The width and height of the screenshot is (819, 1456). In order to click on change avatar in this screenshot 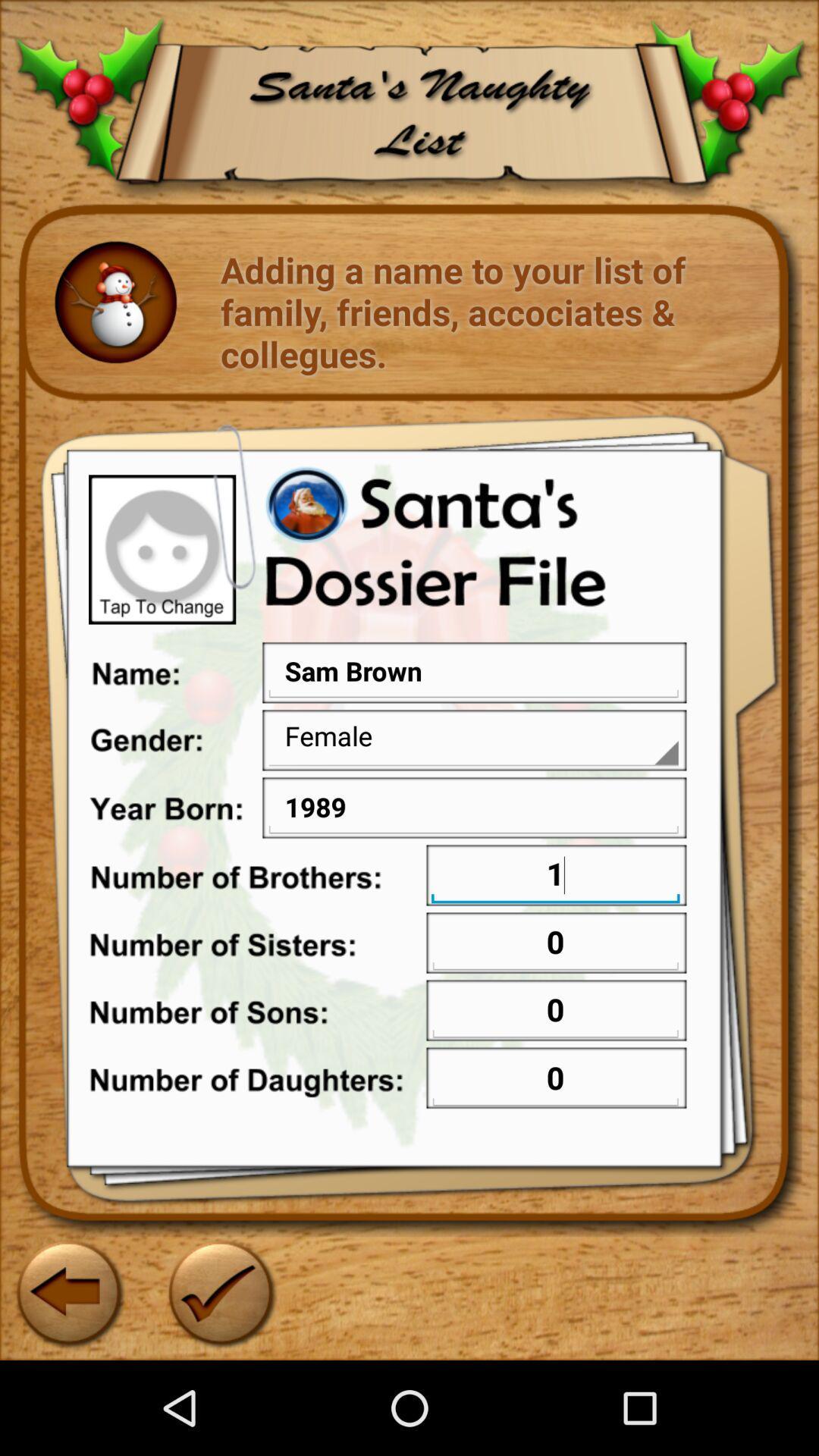, I will do `click(162, 548)`.